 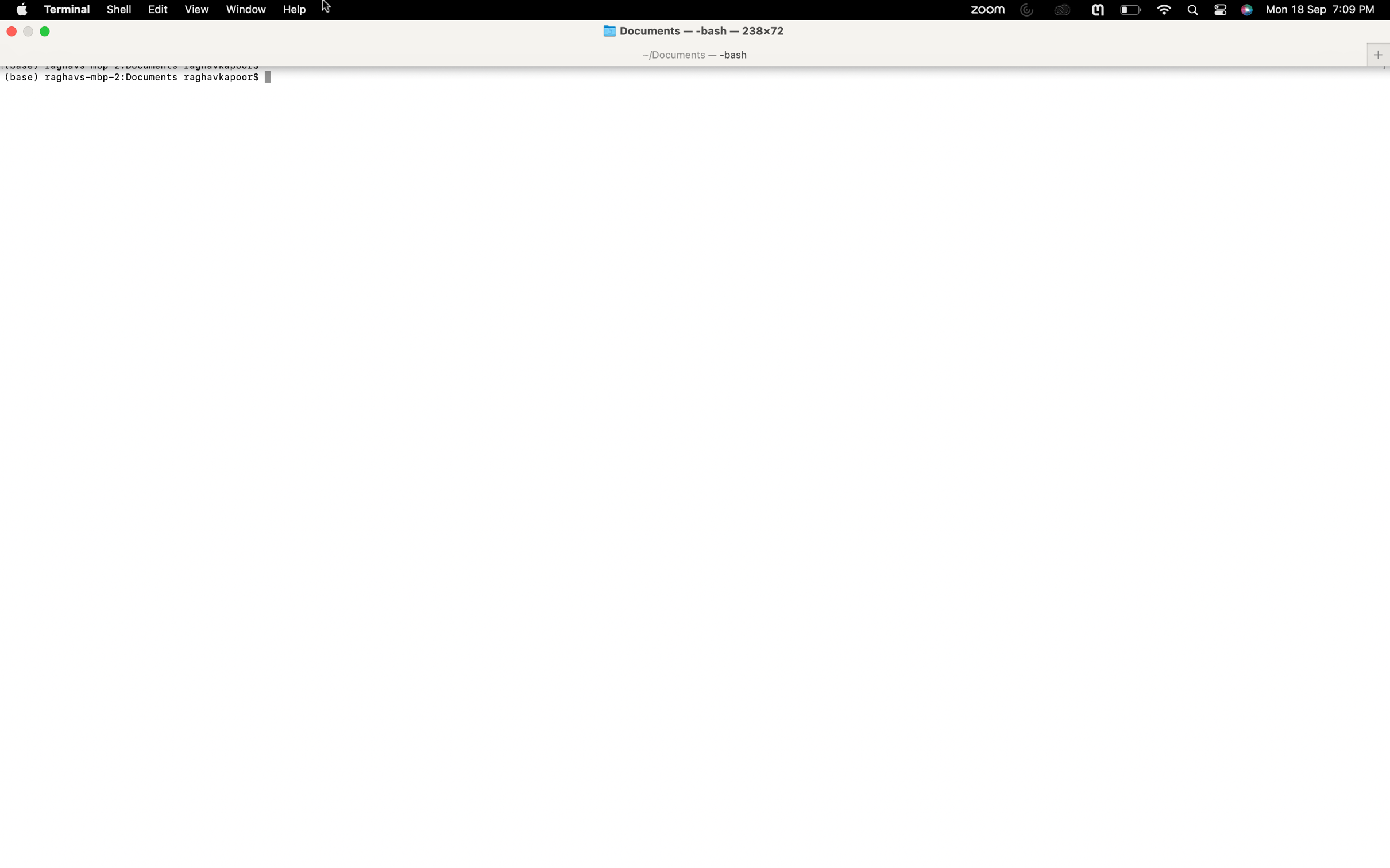 I want to click on Using help options tab, direct the system to the settings, so click(x=295, y=10).